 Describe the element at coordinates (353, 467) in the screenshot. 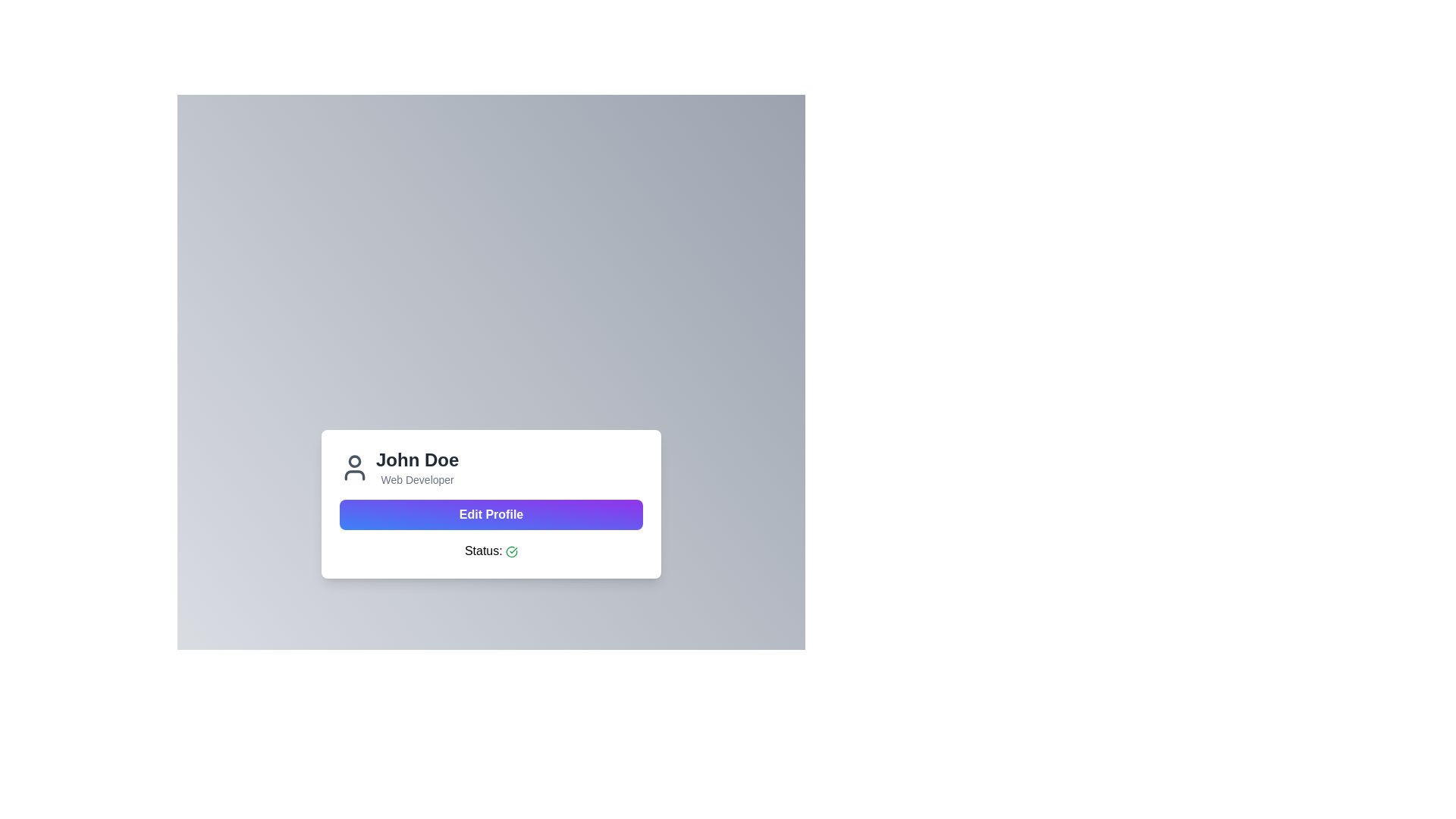

I see `the user profile silhouette icon, which is a gray minimalist design located to the left of the text 'John Doe Web Developer'` at that location.